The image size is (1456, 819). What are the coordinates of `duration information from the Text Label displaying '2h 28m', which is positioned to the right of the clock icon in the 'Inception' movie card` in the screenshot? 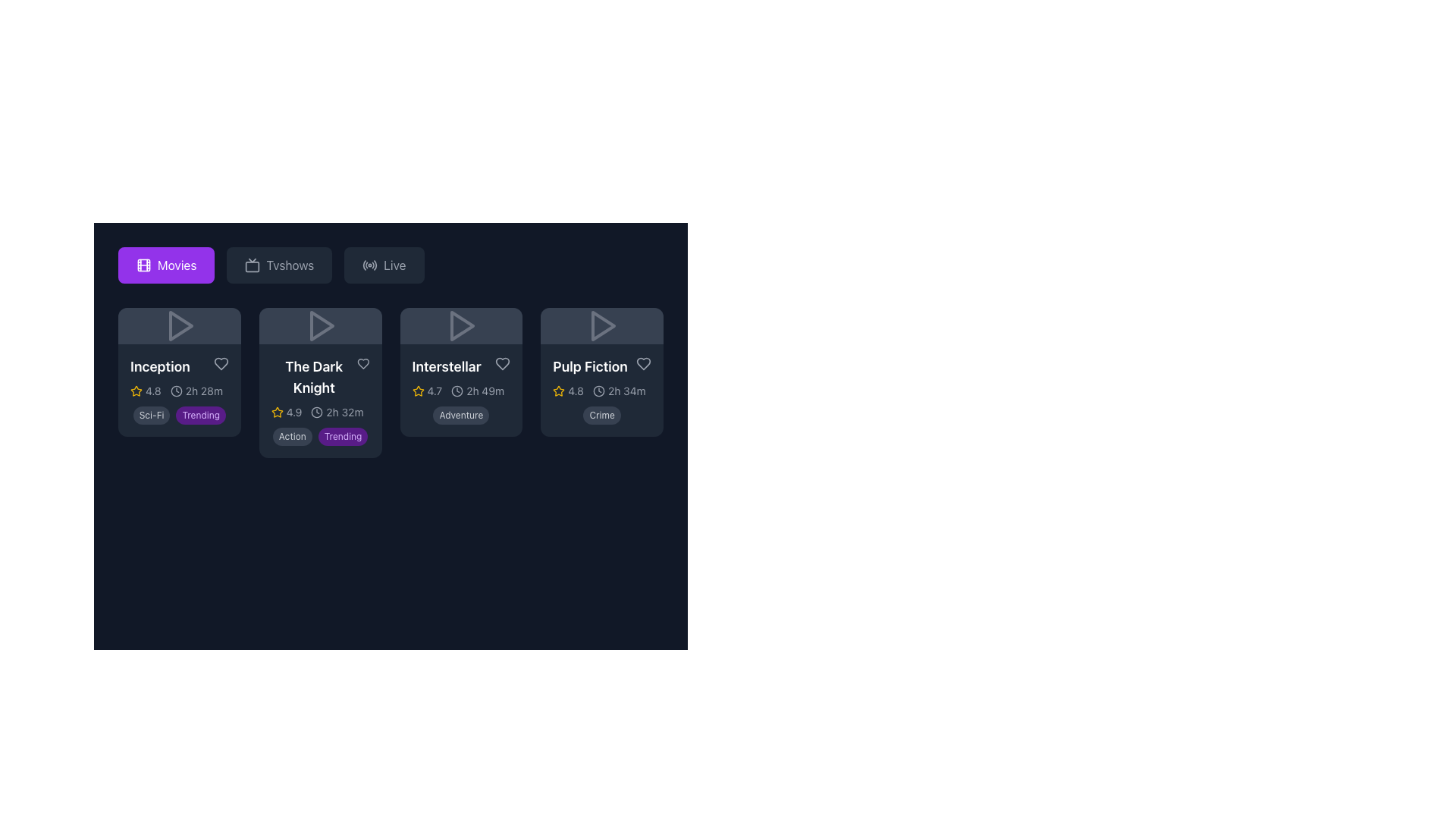 It's located at (203, 391).